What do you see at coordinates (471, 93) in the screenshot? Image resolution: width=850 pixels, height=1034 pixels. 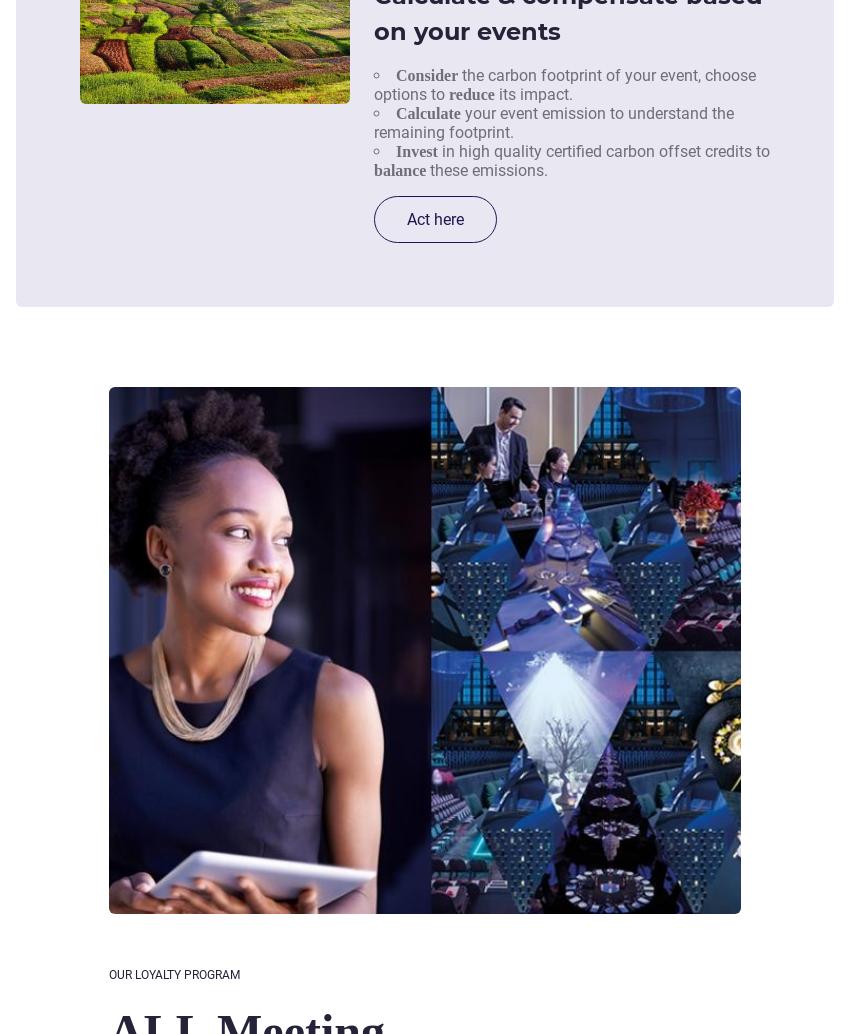 I see `'reduce'` at bounding box center [471, 93].